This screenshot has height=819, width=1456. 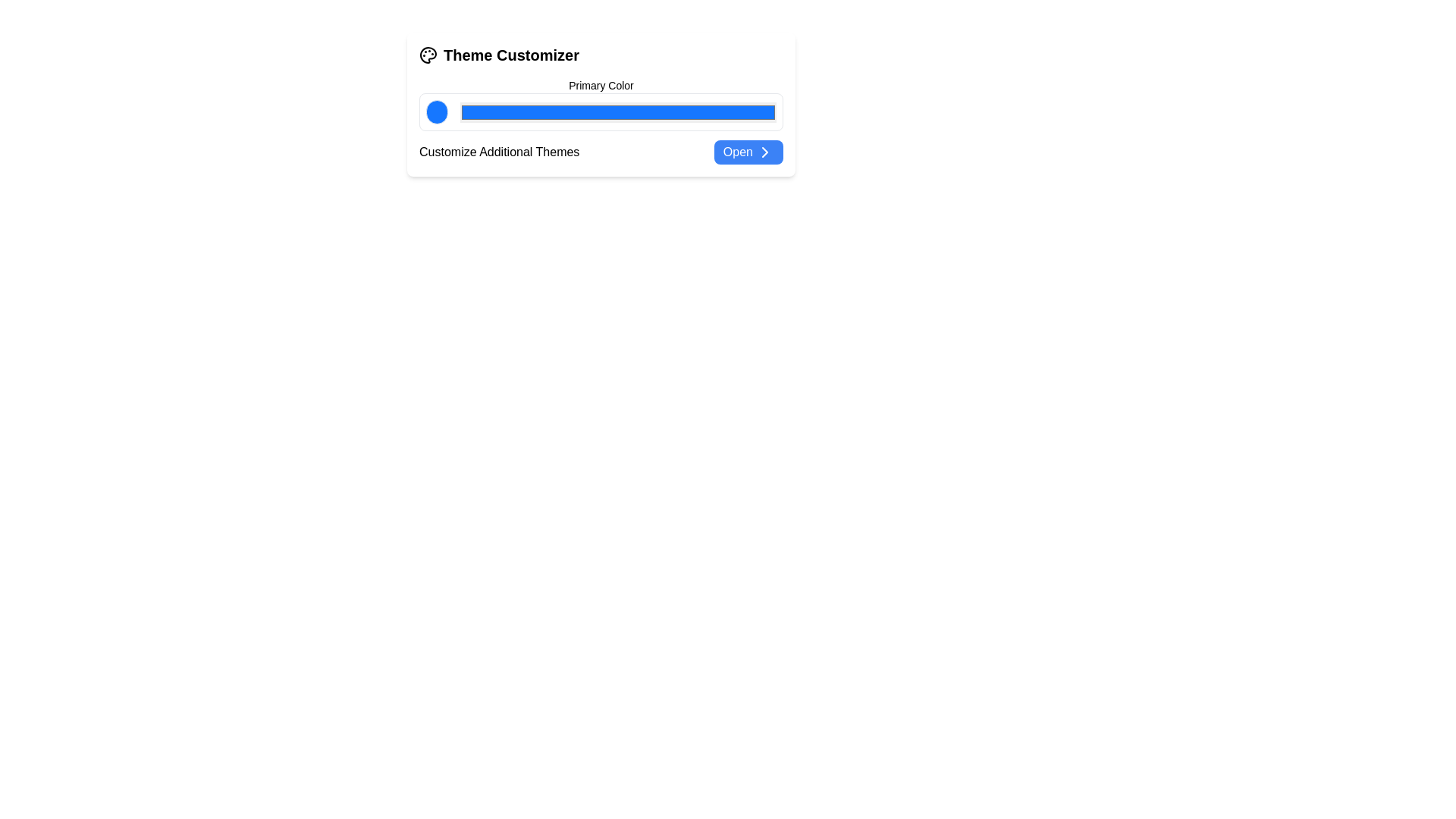 What do you see at coordinates (428, 55) in the screenshot?
I see `the Theme Customizer icon, which is an SVG graphic located near the top-left corner of the Theme Customizer interface, adjacent to the heading 'Theme Customizer'` at bounding box center [428, 55].